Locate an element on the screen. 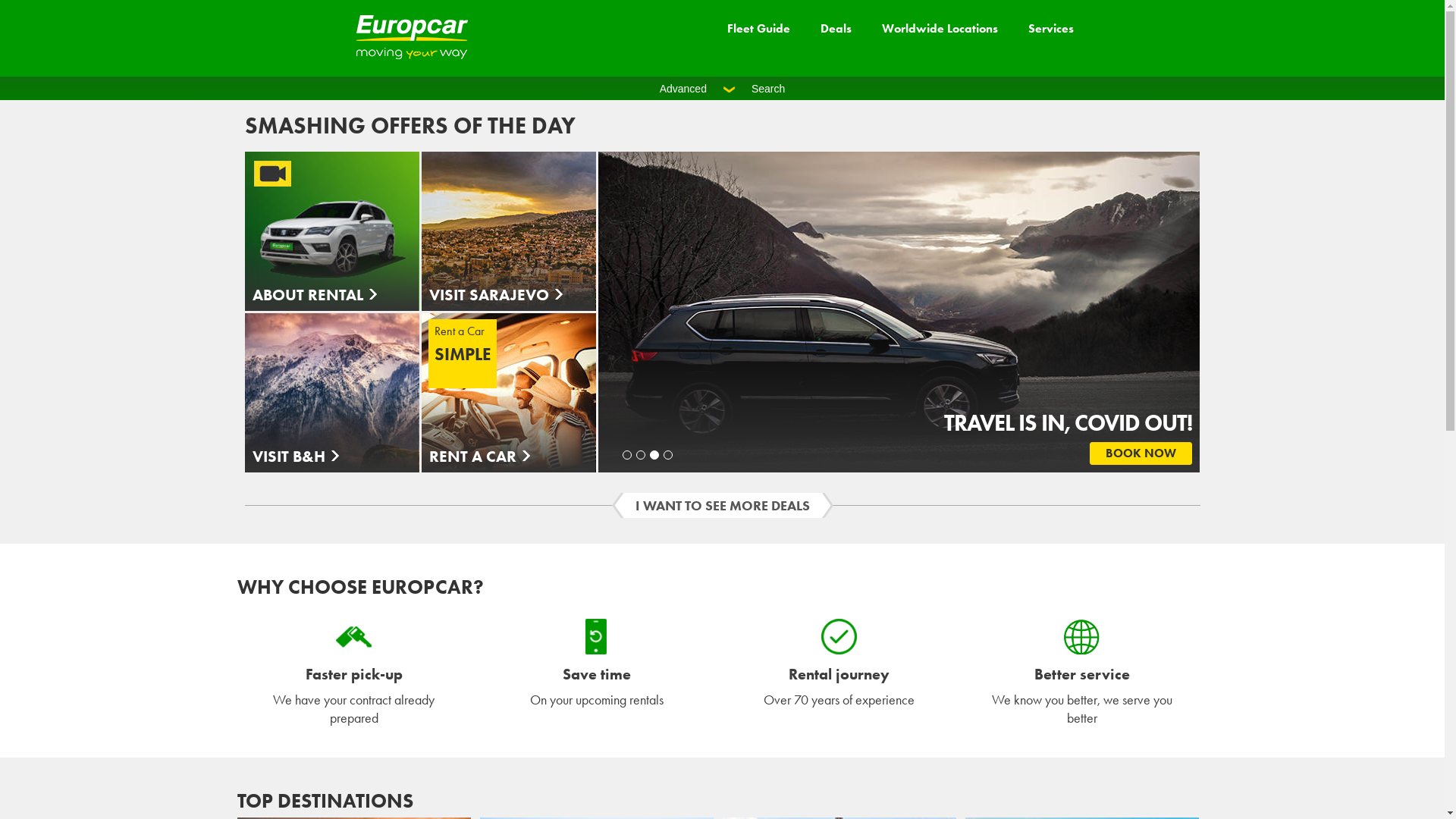  'Deals' is located at coordinates (804, 29).